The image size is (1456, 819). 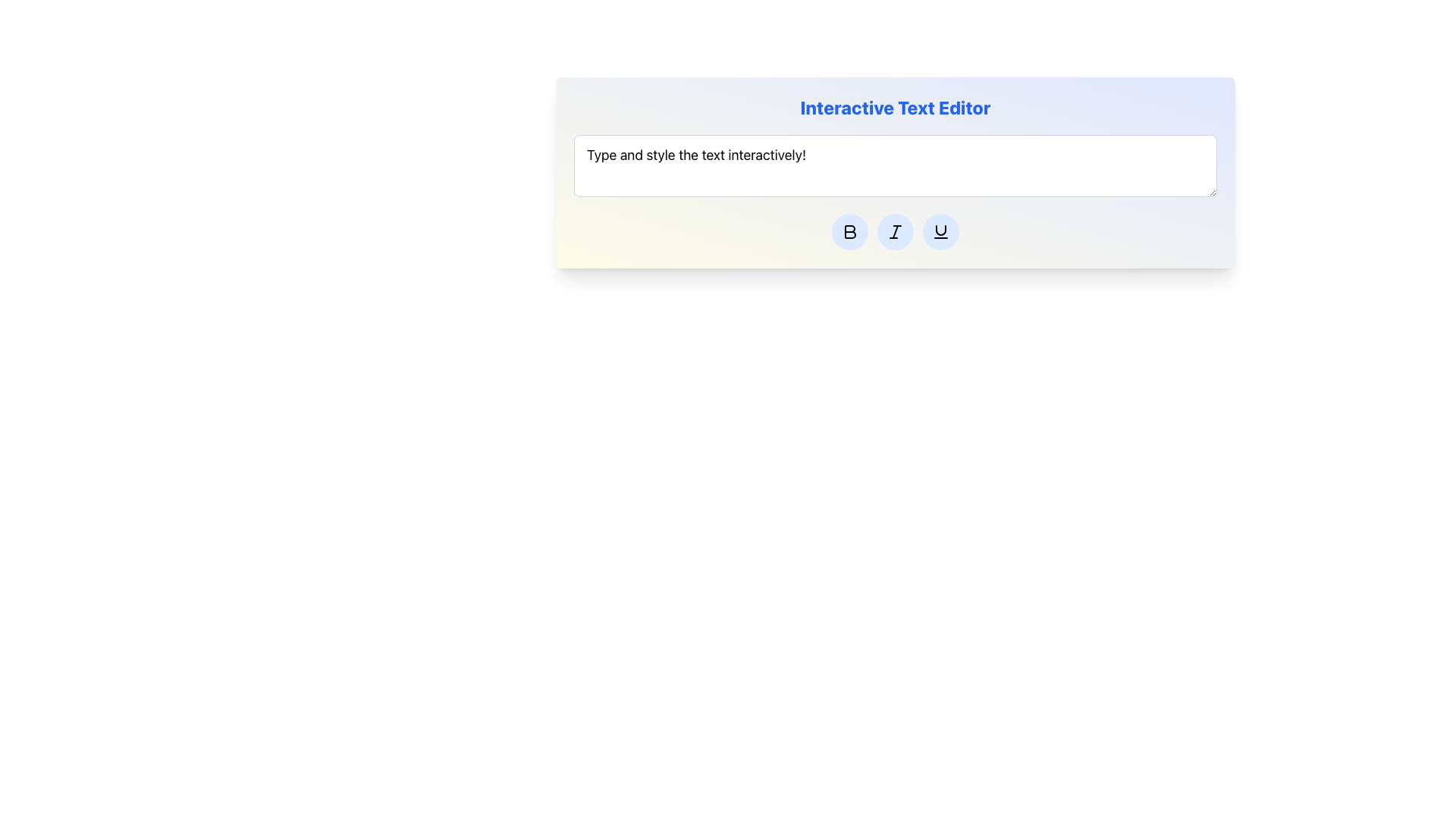 What do you see at coordinates (895, 107) in the screenshot?
I see `the bold blue text header 'Interactive Text Editor' which is prominently displayed at the top of the interface` at bounding box center [895, 107].